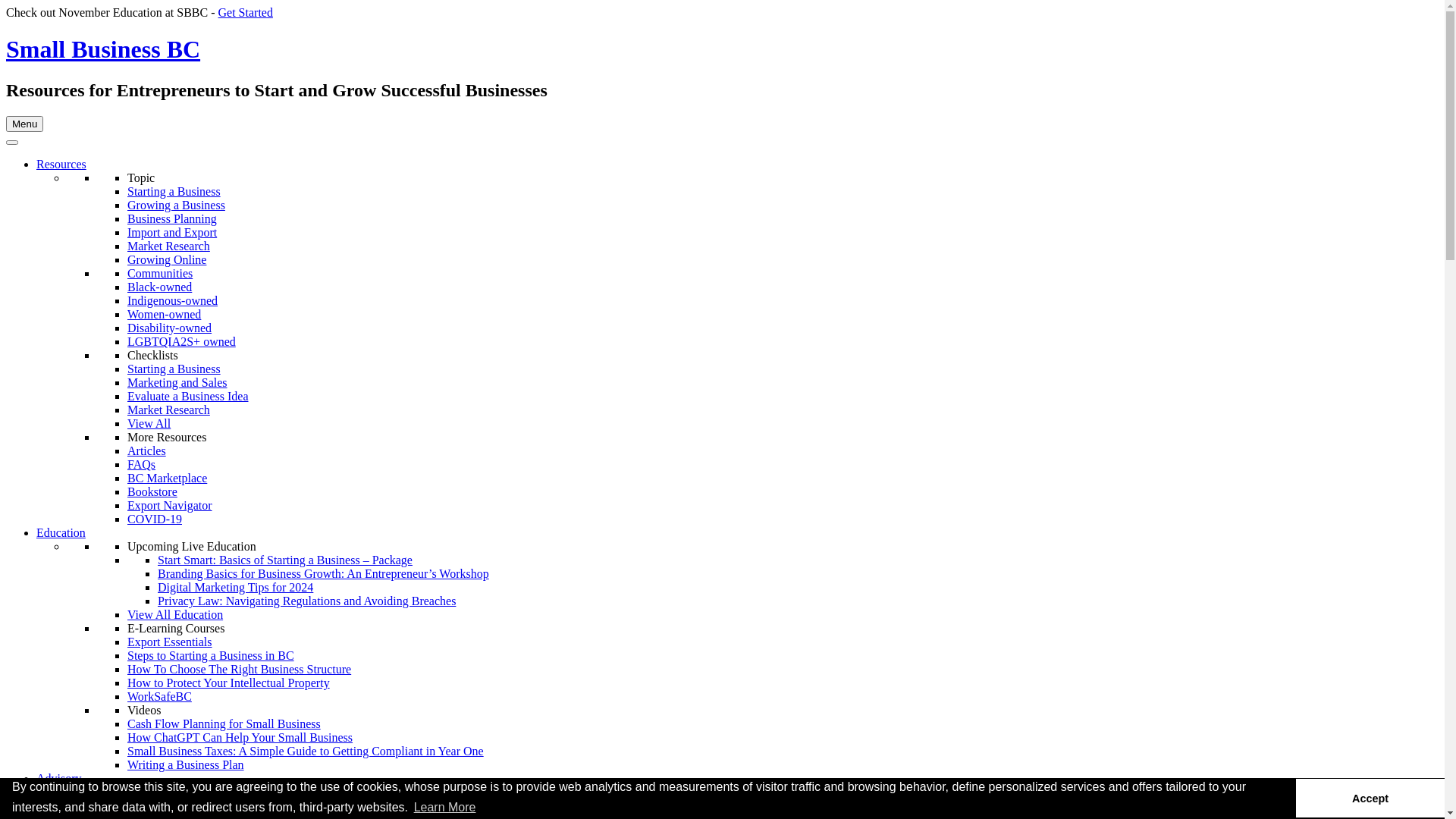 This screenshot has height=819, width=1456. Describe the element at coordinates (127, 478) in the screenshot. I see `'BC Marketplace'` at that location.